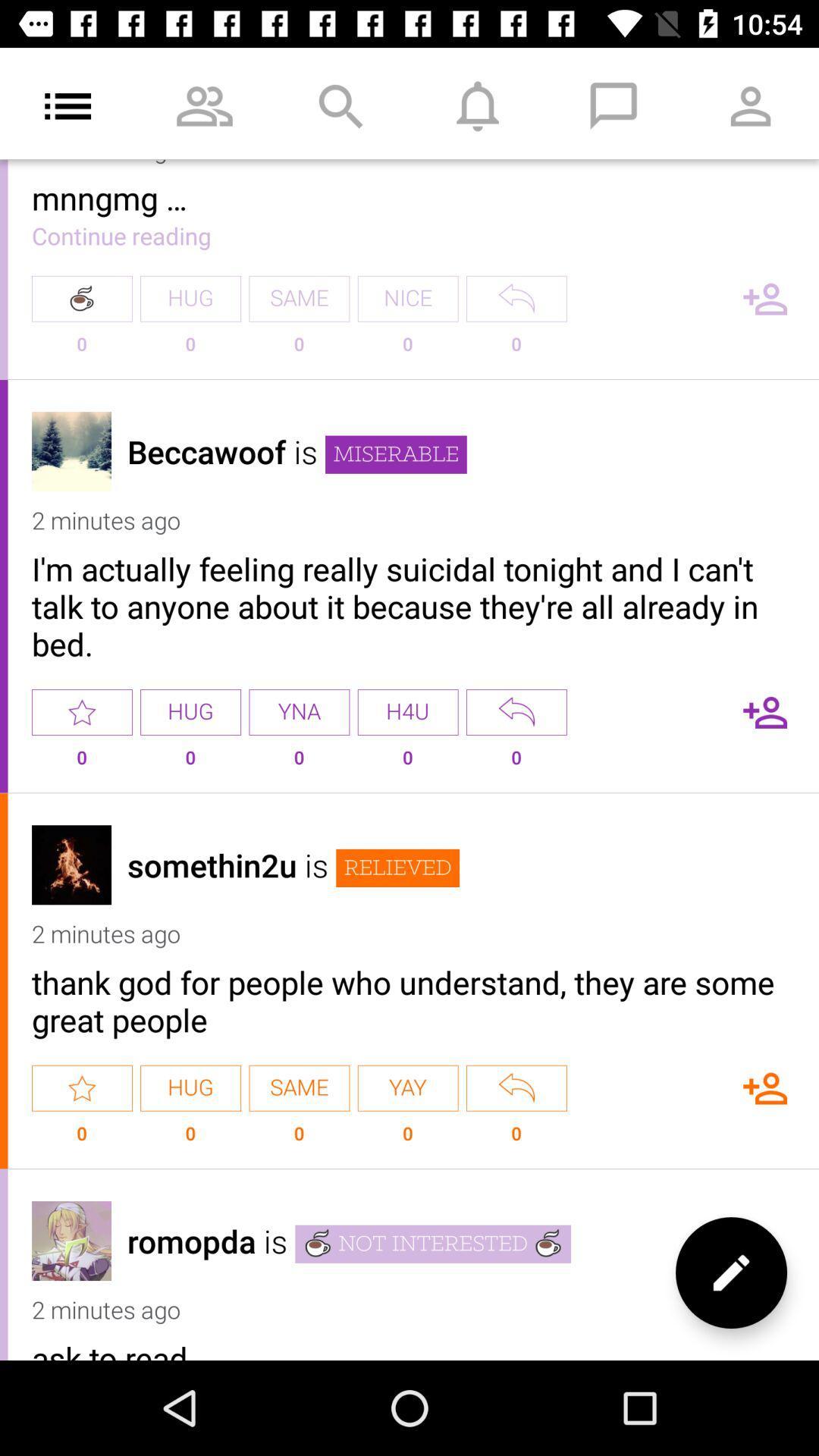 The image size is (819, 1456). Describe the element at coordinates (82, 711) in the screenshot. I see `as a favorite` at that location.